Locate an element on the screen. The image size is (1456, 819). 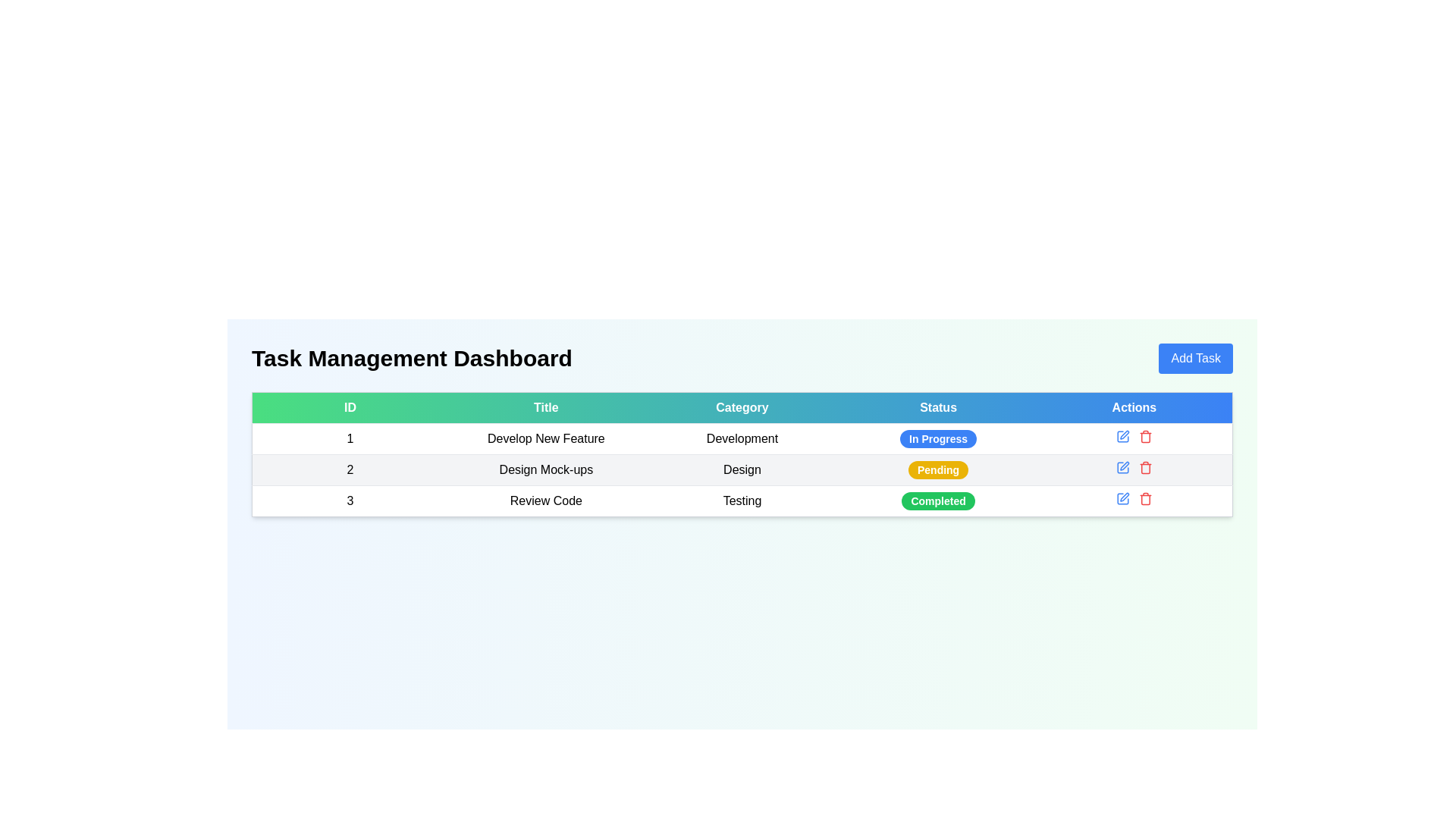
the delete button located in the 'Actions' column of the third row within the table is located at coordinates (1145, 436).